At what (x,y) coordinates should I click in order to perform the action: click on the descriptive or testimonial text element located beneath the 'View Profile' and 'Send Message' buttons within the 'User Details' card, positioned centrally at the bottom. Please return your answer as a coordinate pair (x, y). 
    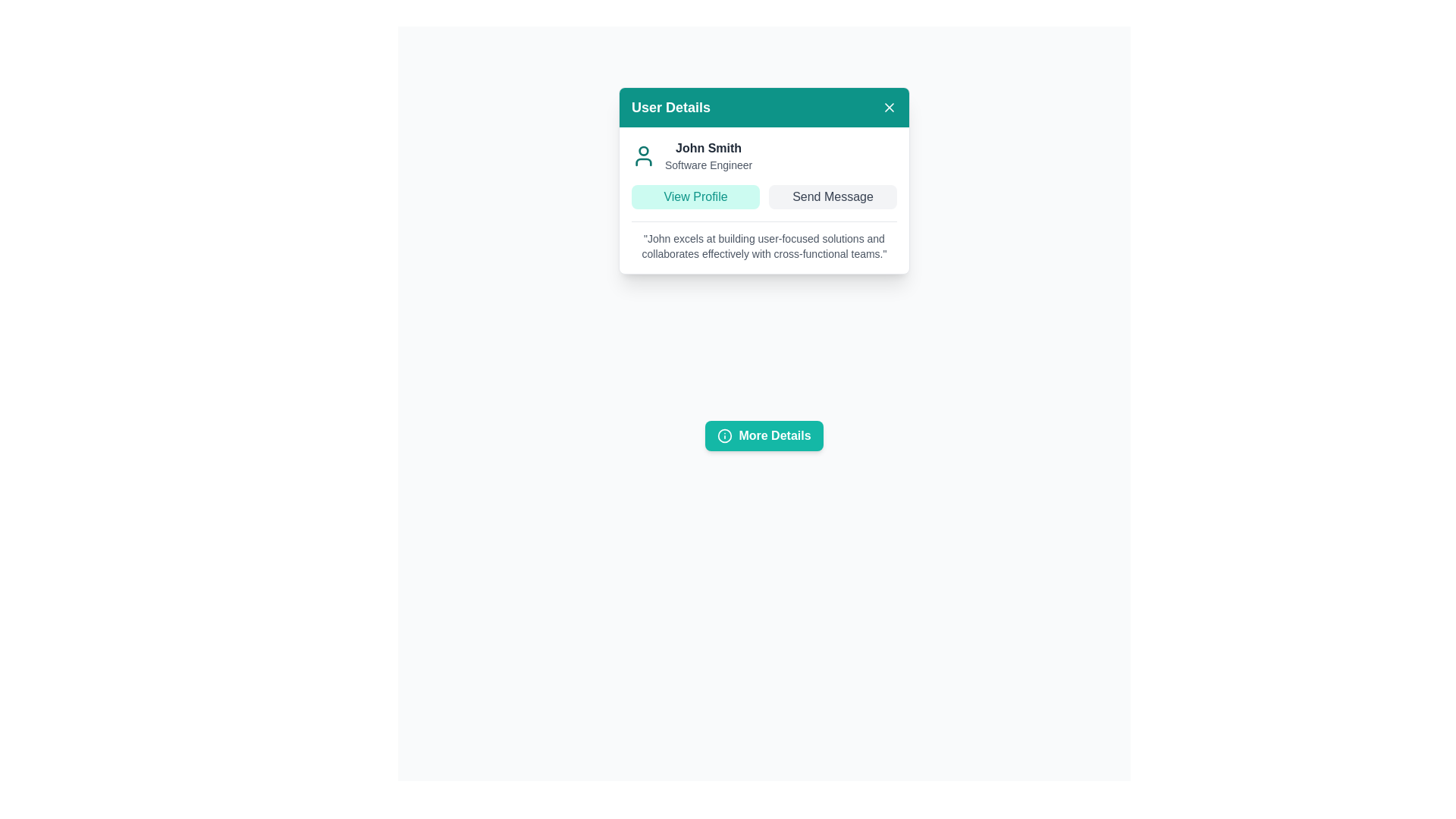
    Looking at the image, I should click on (764, 240).